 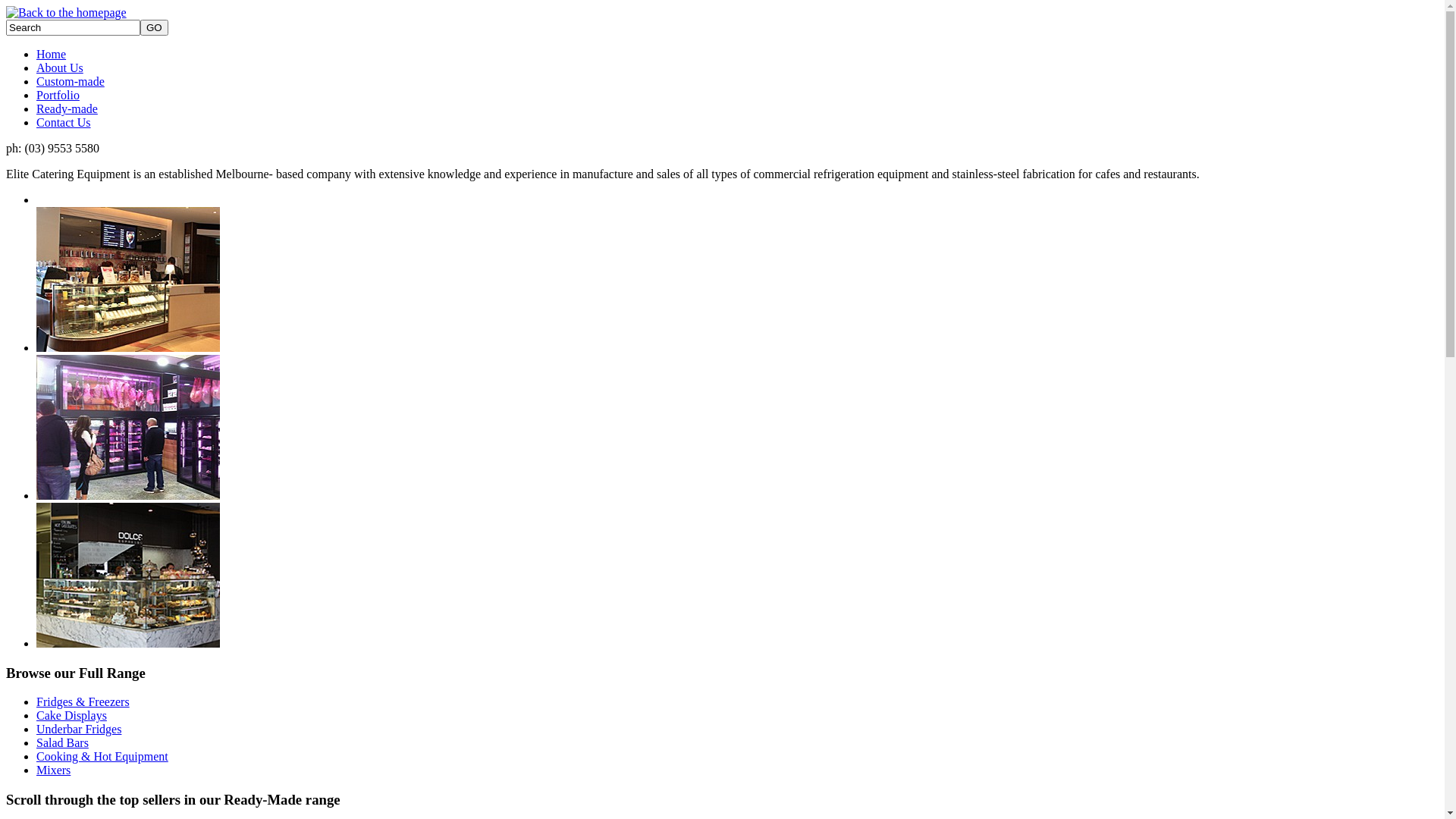 What do you see at coordinates (51, 53) in the screenshot?
I see `'Home'` at bounding box center [51, 53].